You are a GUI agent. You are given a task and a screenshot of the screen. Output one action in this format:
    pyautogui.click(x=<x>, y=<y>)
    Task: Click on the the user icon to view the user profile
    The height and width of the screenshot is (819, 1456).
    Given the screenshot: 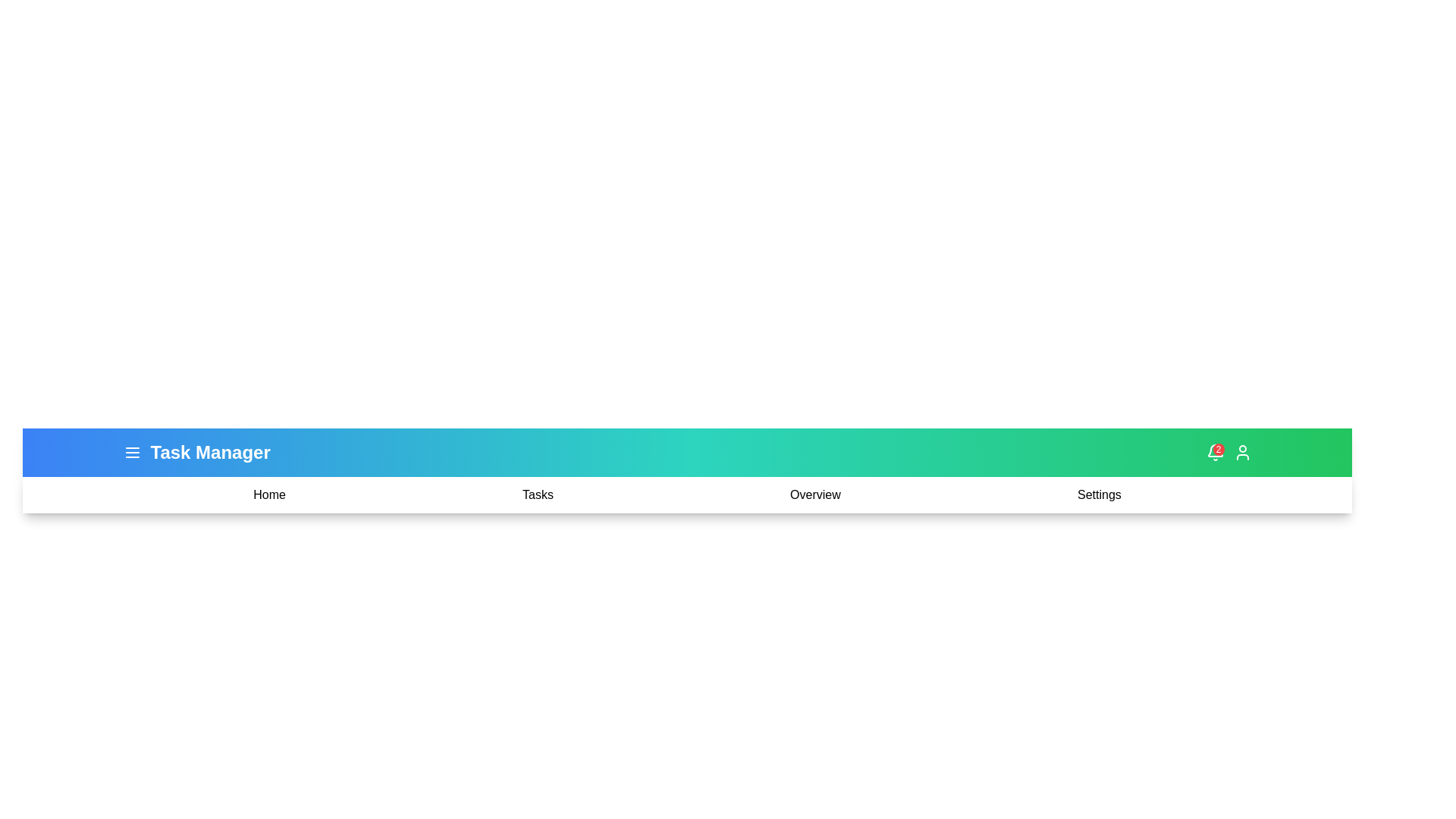 What is the action you would take?
    pyautogui.click(x=1242, y=452)
    